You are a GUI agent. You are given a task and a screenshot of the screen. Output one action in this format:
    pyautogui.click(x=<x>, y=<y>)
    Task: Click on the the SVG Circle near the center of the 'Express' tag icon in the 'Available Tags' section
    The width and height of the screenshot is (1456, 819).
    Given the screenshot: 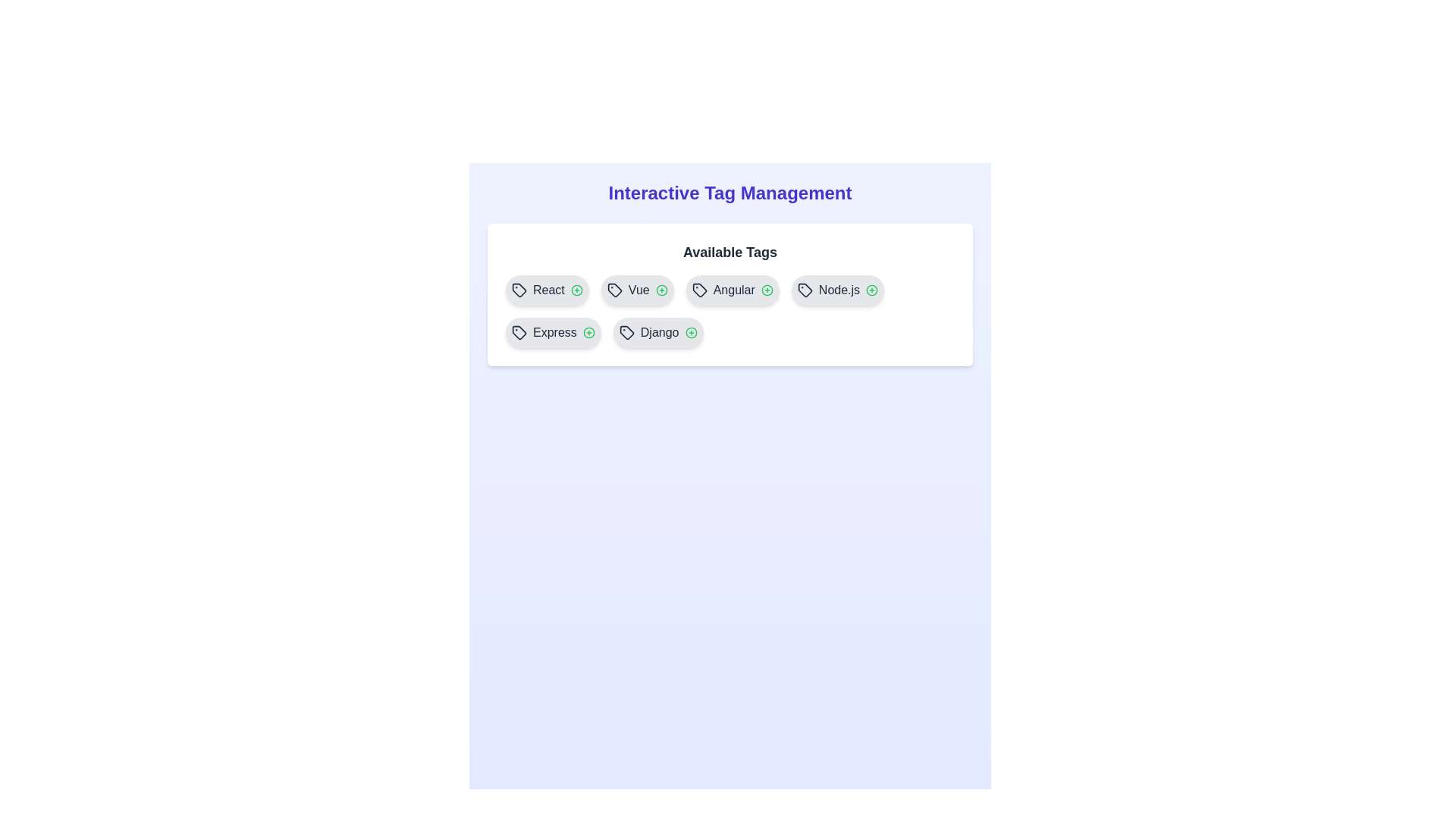 What is the action you would take?
    pyautogui.click(x=588, y=332)
    